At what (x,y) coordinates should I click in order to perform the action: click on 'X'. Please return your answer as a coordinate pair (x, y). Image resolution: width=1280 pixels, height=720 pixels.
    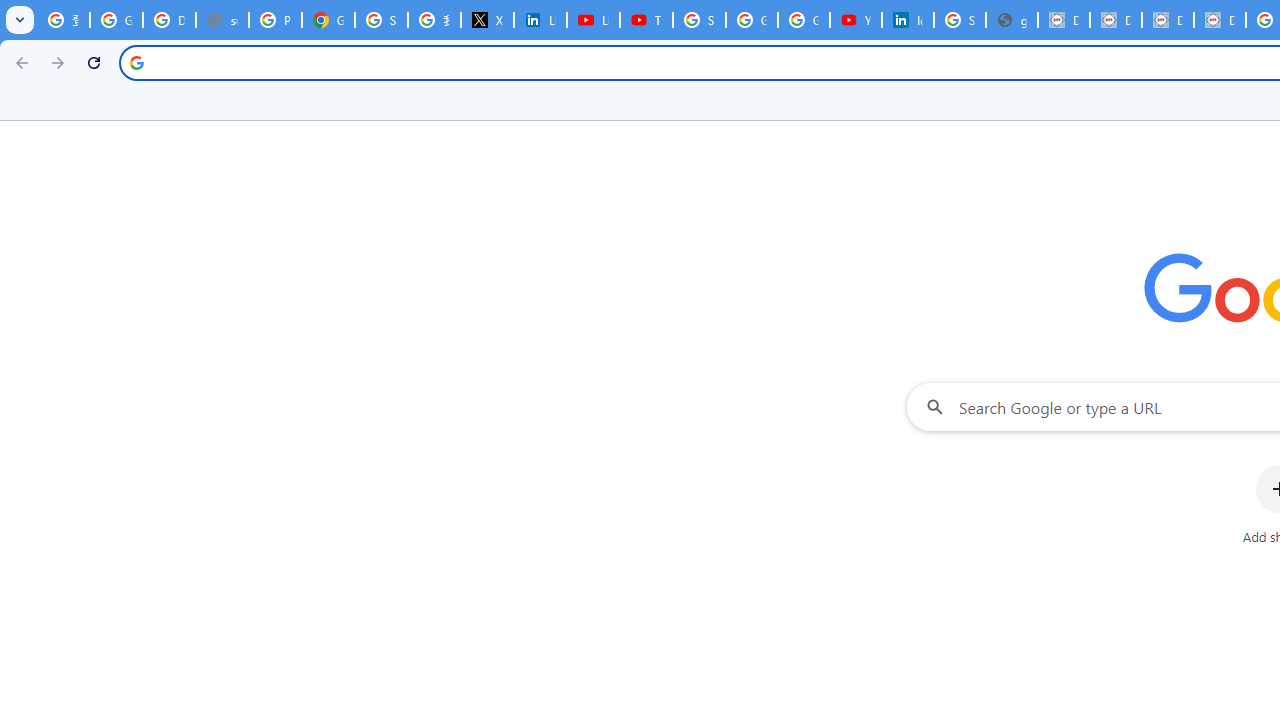
    Looking at the image, I should click on (487, 20).